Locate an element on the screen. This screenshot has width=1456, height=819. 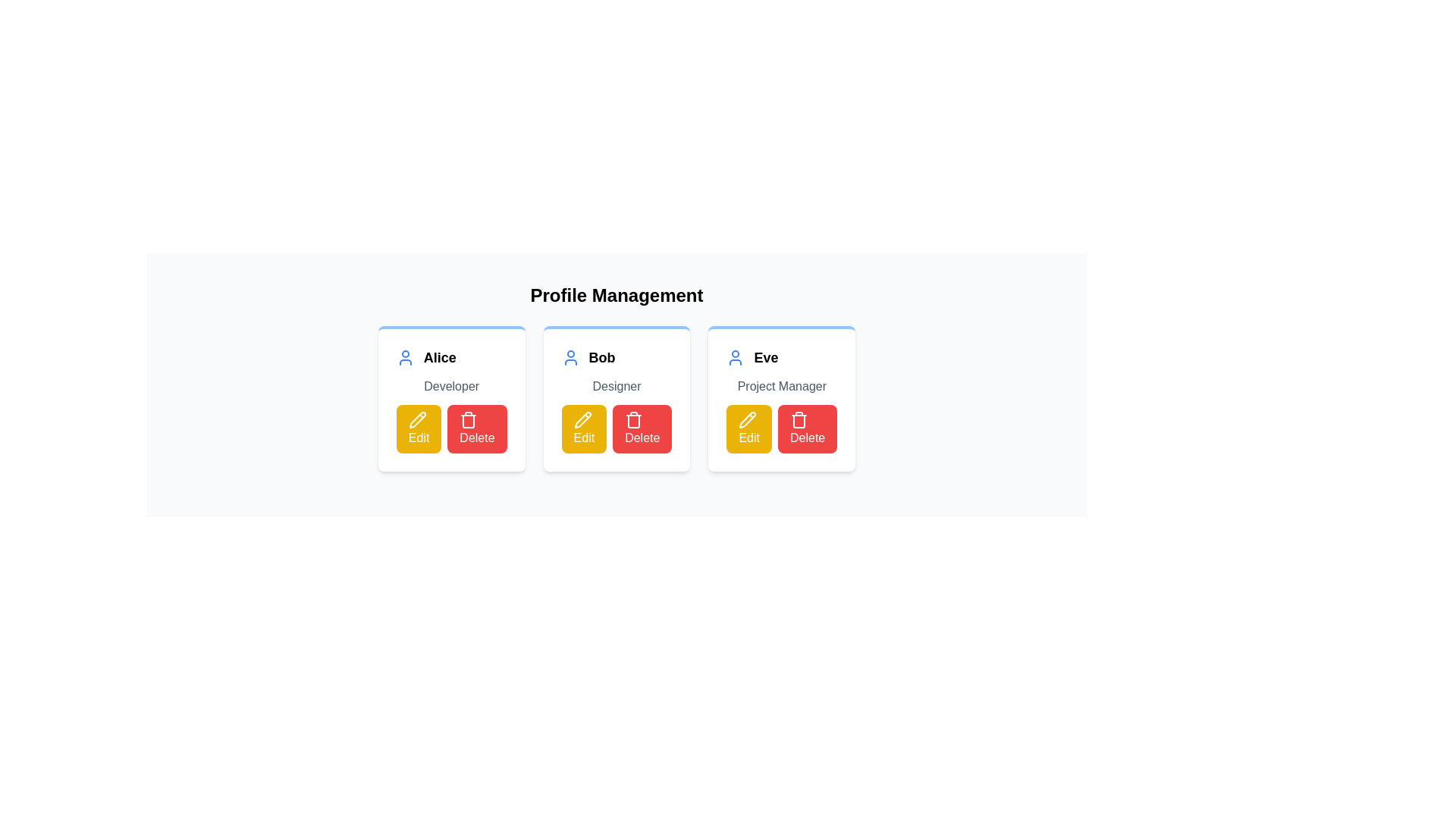
the pencil icon for editing associated profile details in the 'Profile Management' section under the user profile card labeled 'Bob' is located at coordinates (582, 420).